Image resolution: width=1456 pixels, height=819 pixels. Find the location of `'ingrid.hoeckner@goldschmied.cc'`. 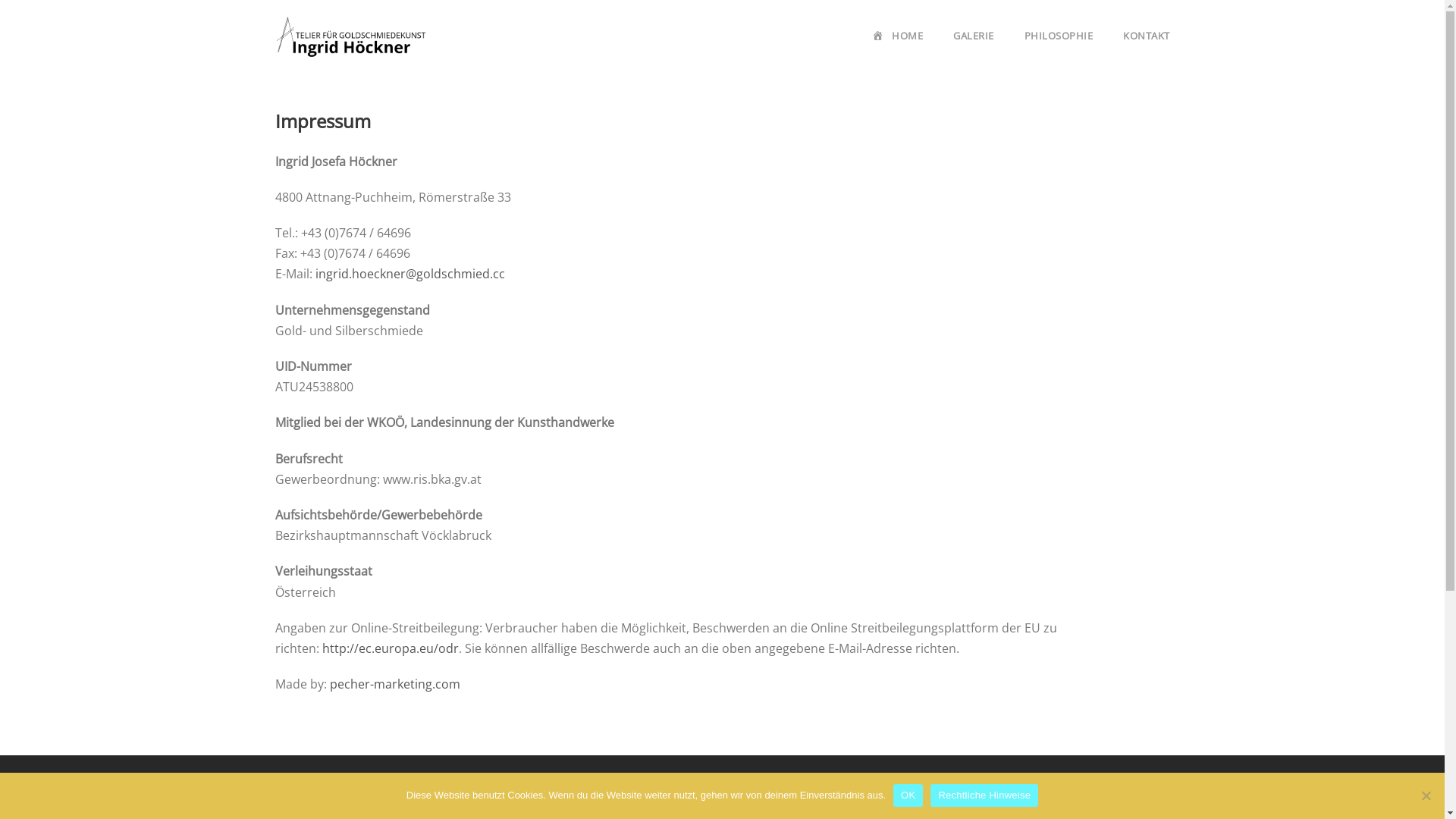

'ingrid.hoeckner@goldschmied.cc' is located at coordinates (315, 274).